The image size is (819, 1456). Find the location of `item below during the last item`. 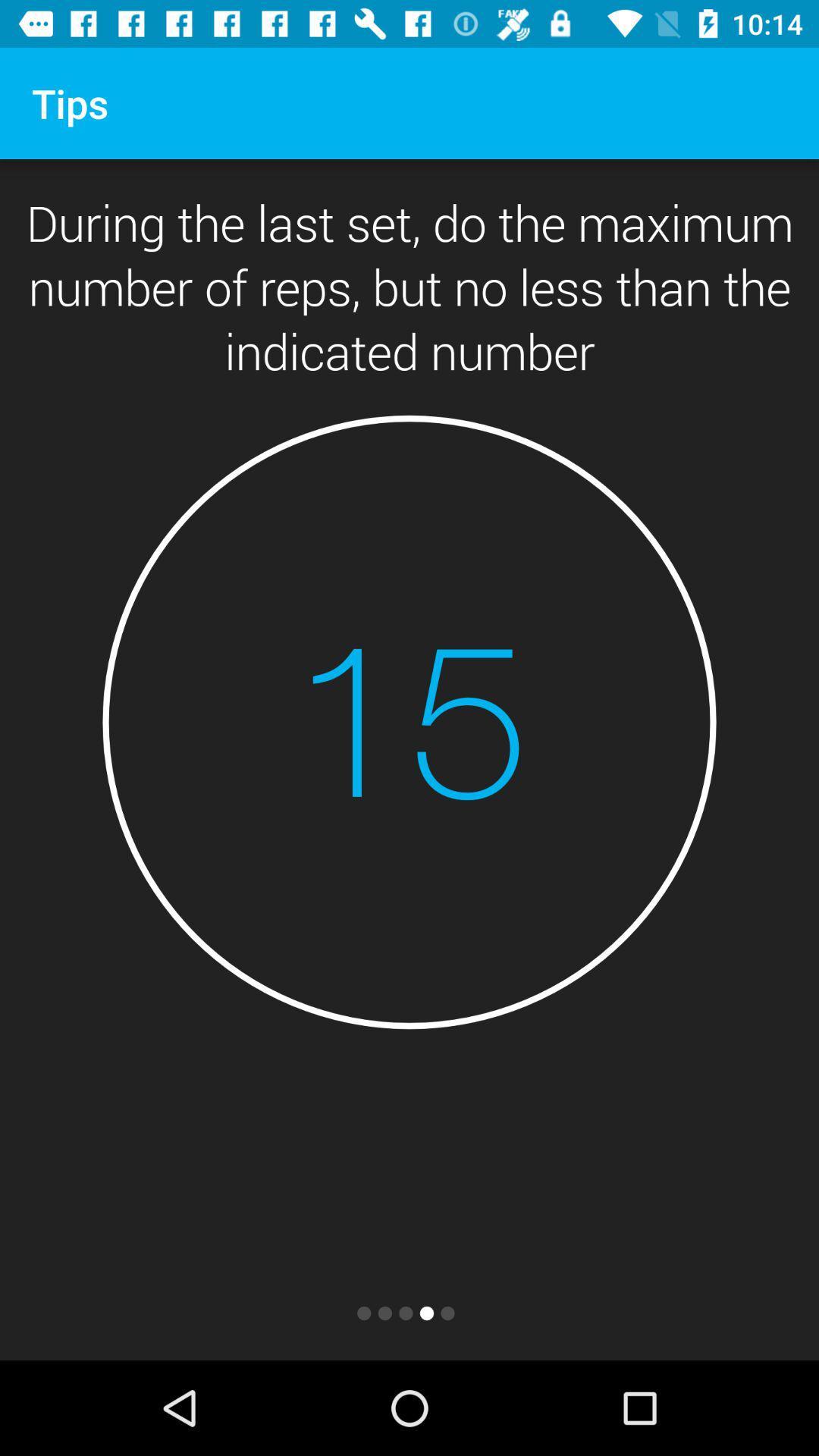

item below during the last item is located at coordinates (409, 721).